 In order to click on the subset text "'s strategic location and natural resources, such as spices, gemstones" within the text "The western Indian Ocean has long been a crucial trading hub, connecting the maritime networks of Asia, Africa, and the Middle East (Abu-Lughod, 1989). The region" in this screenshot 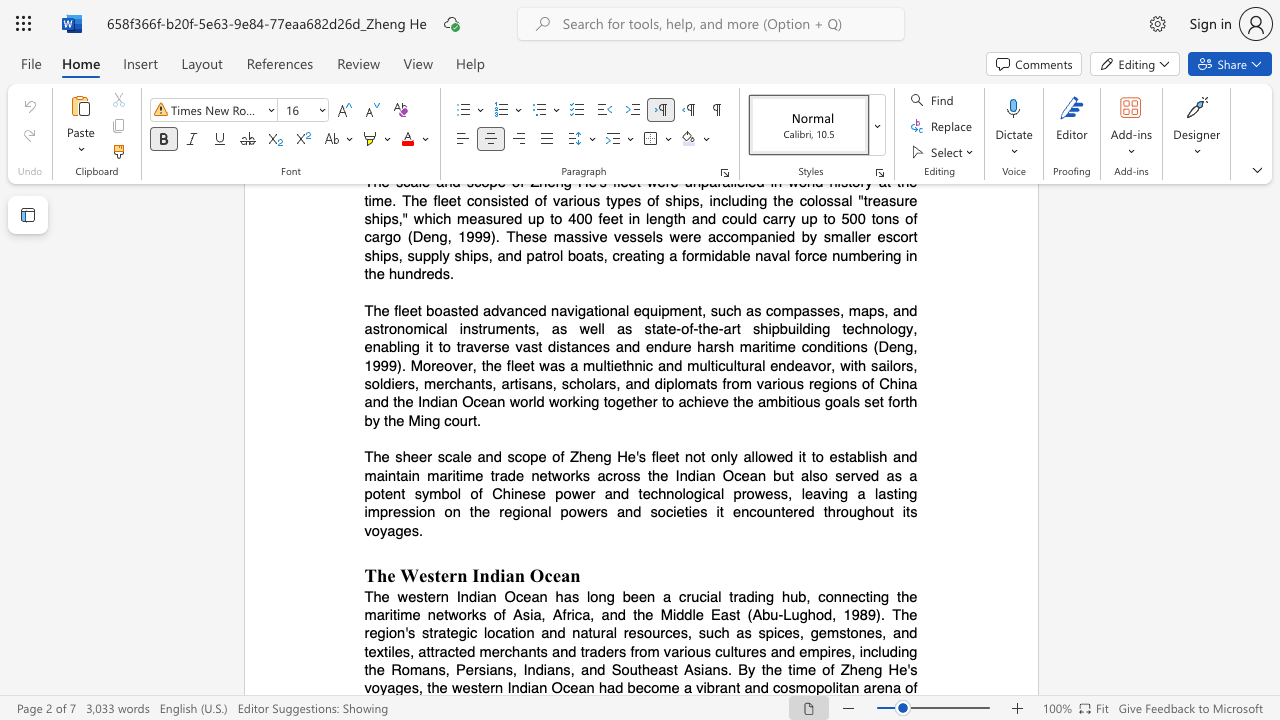, I will do `click(404, 633)`.